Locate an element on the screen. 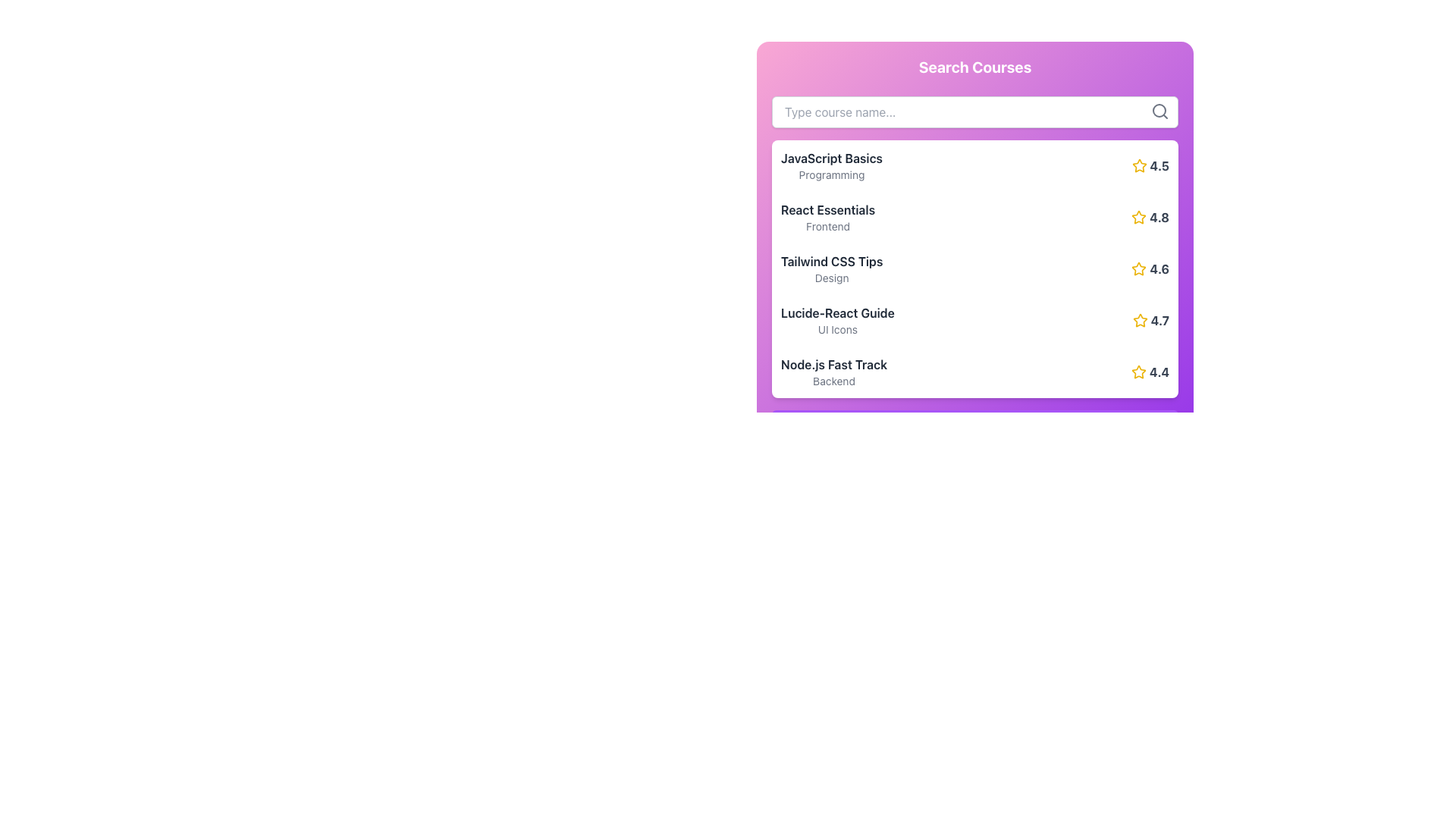  the descriptive text label that provides additional information about the 'Lucide-React Guide' course, located directly underneath the title in the course options list is located at coordinates (836, 329).